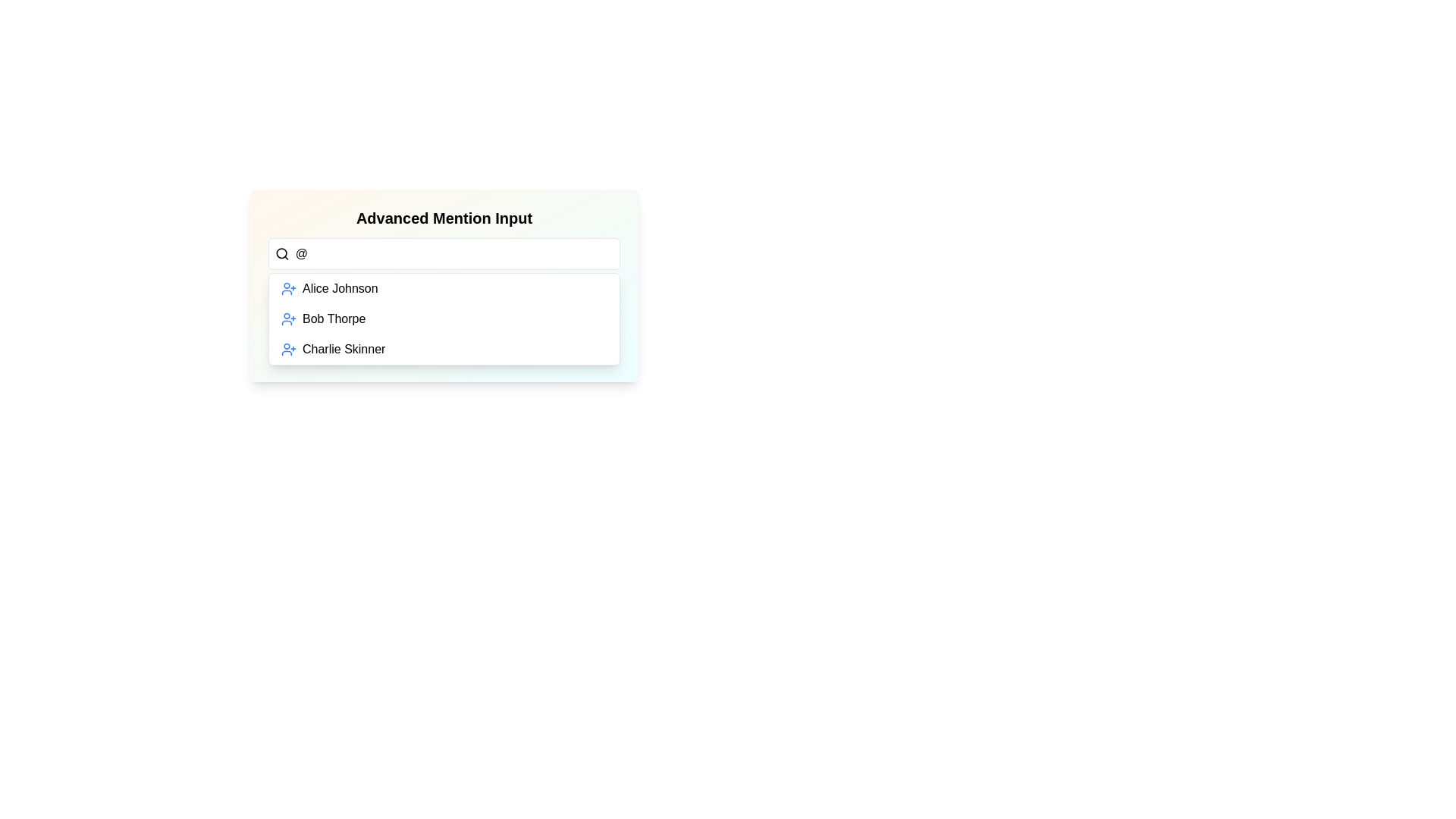 The image size is (1456, 819). What do you see at coordinates (288, 318) in the screenshot?
I see `the icon to the left of 'Bob Thorpe' in the second item of the user list within the 'Advanced Mention Input' drop-down menu` at bounding box center [288, 318].